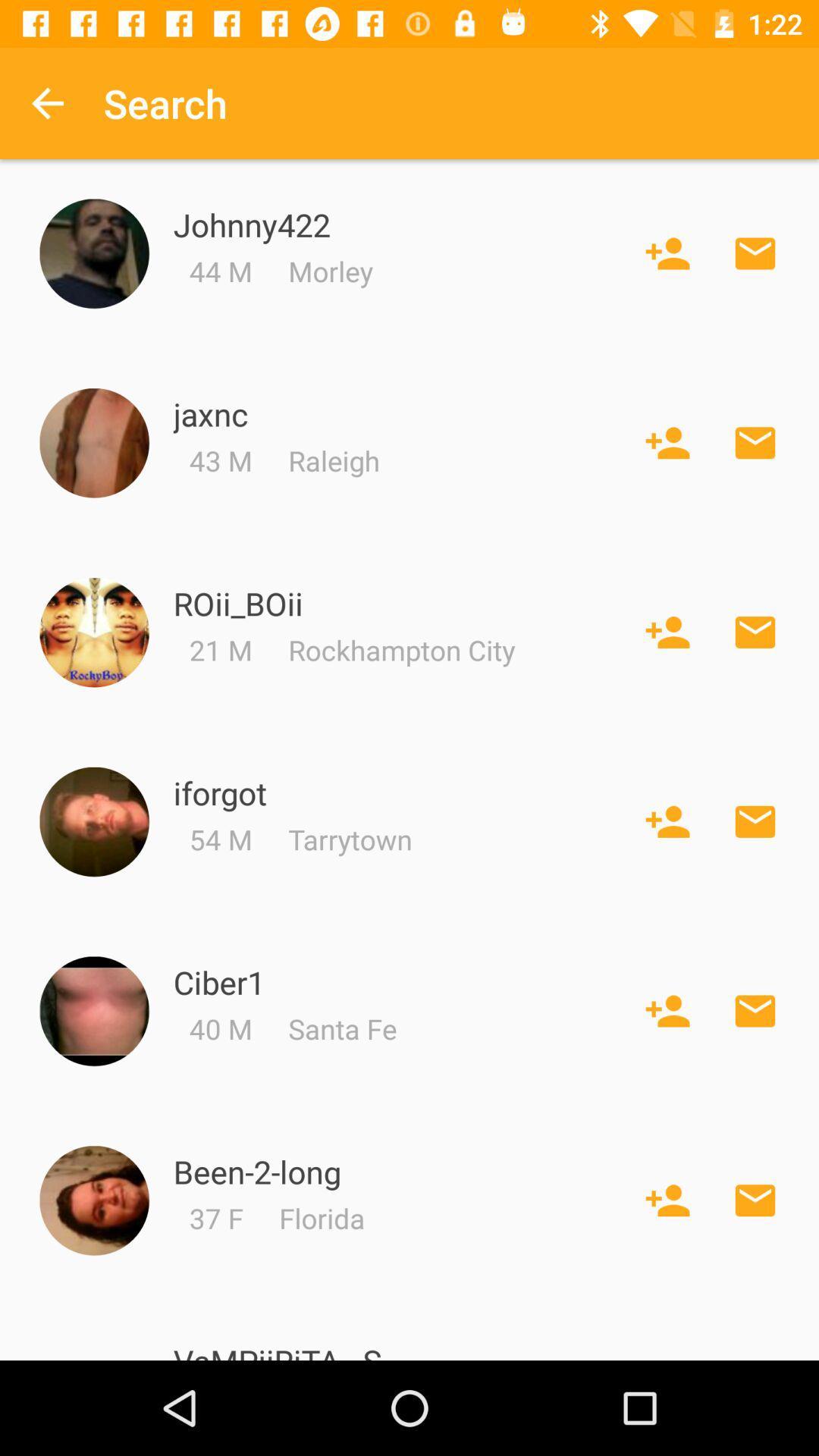 The height and width of the screenshot is (1456, 819). I want to click on profile, so click(94, 442).